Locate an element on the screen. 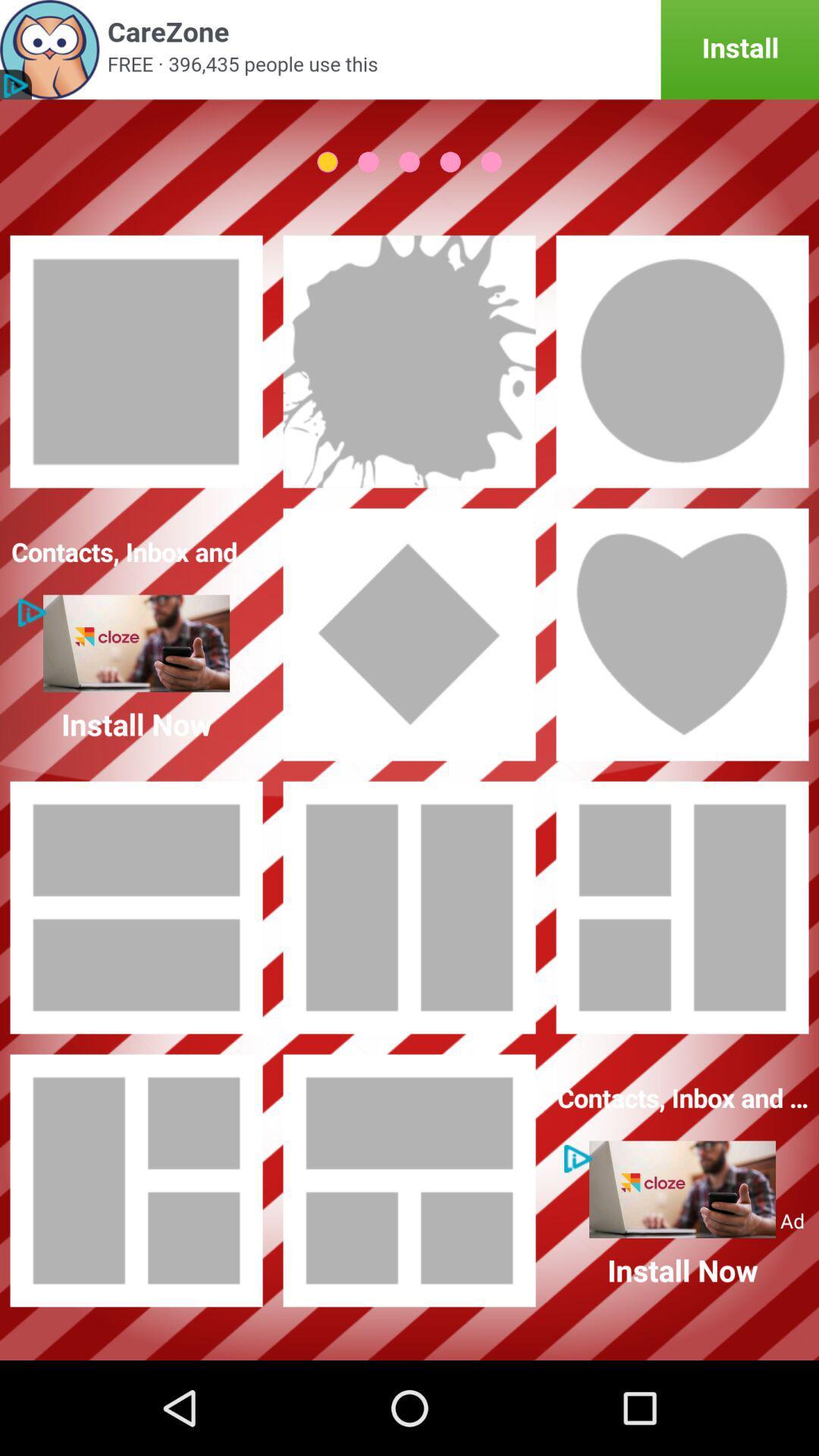 This screenshot has height=1456, width=819. choose diamond layout is located at coordinates (409, 634).